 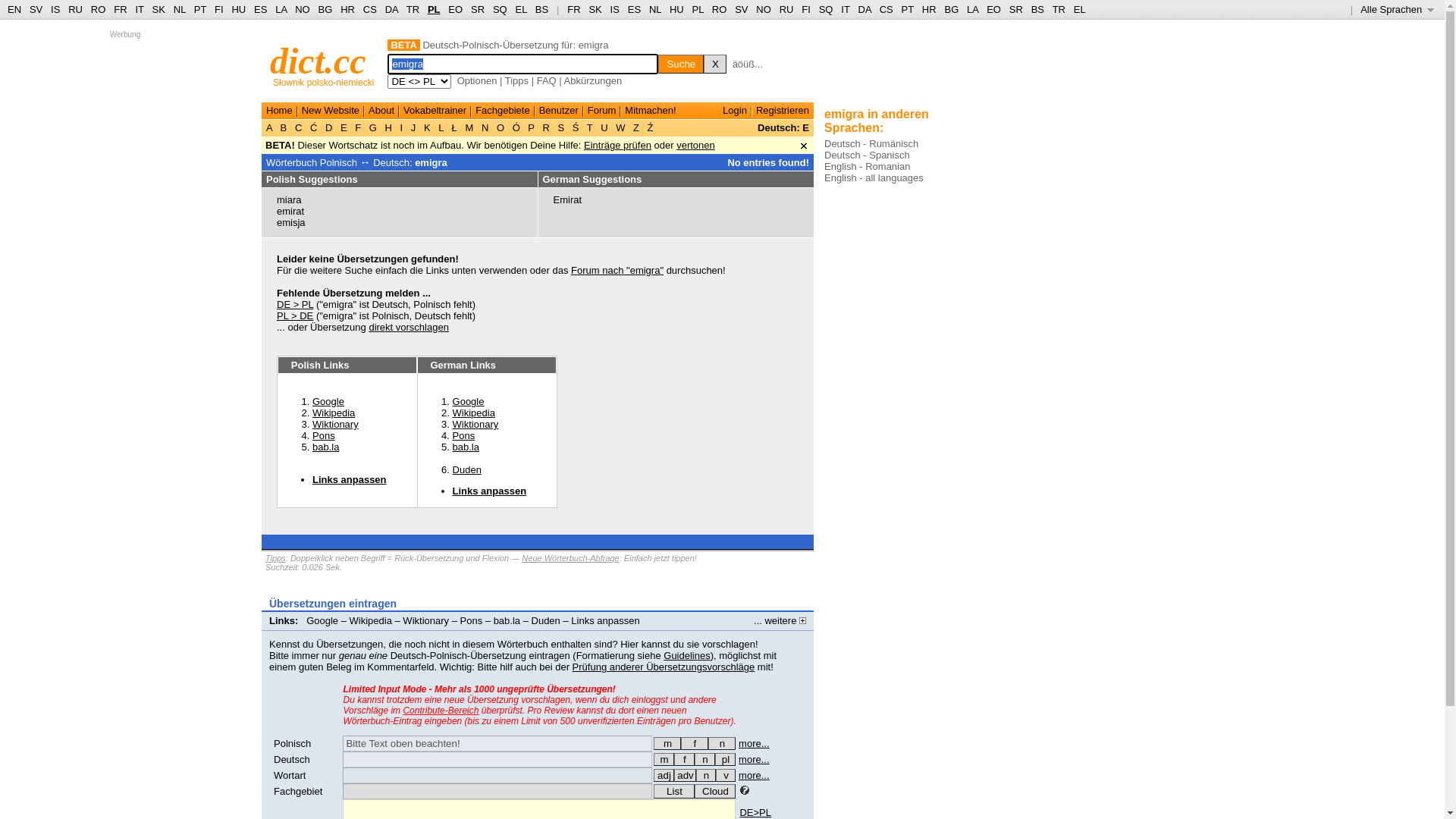 I want to click on 'EL', so click(x=521, y=9).